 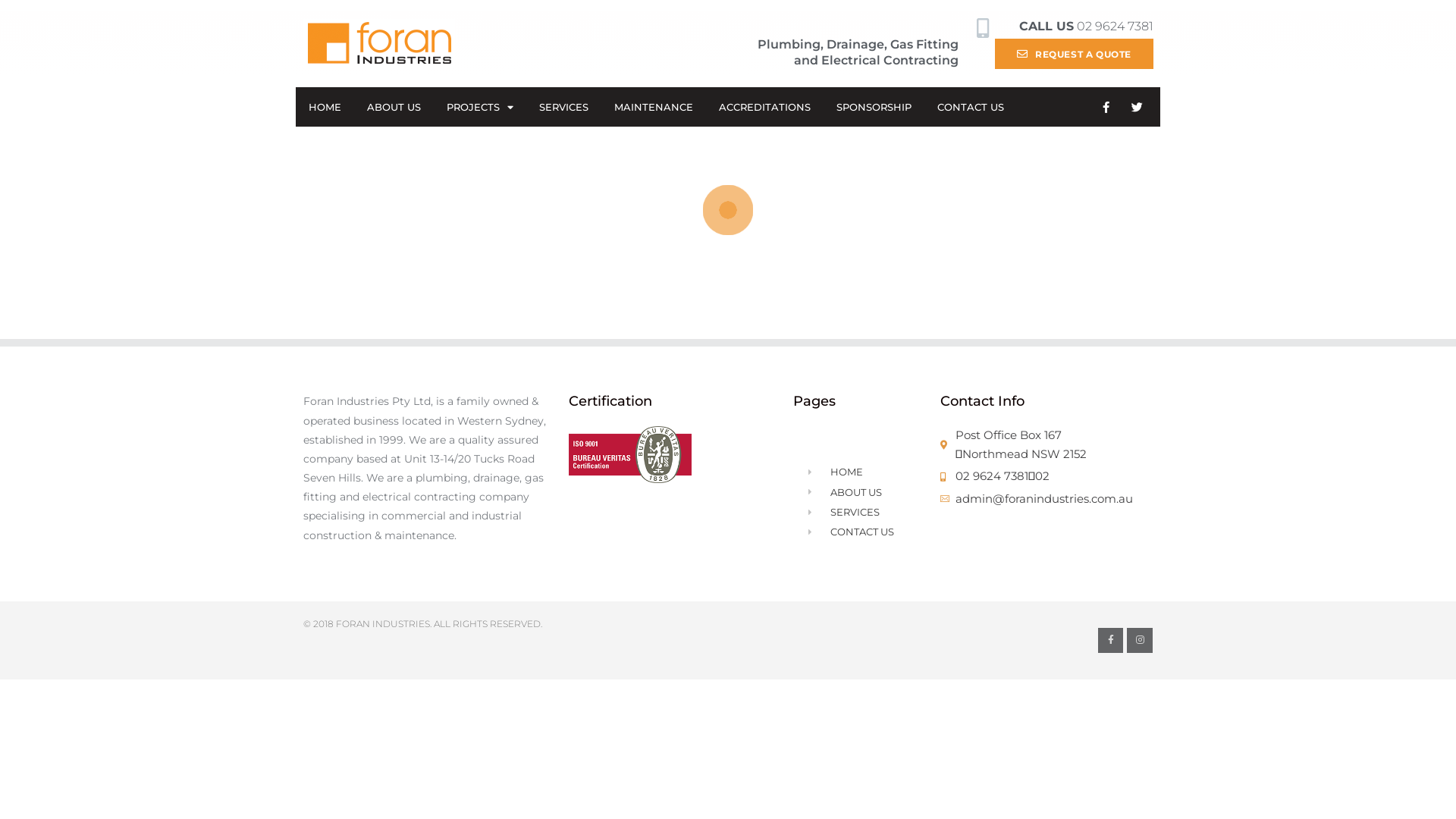 I want to click on 'REQUEST A QUOTE', so click(x=994, y=52).